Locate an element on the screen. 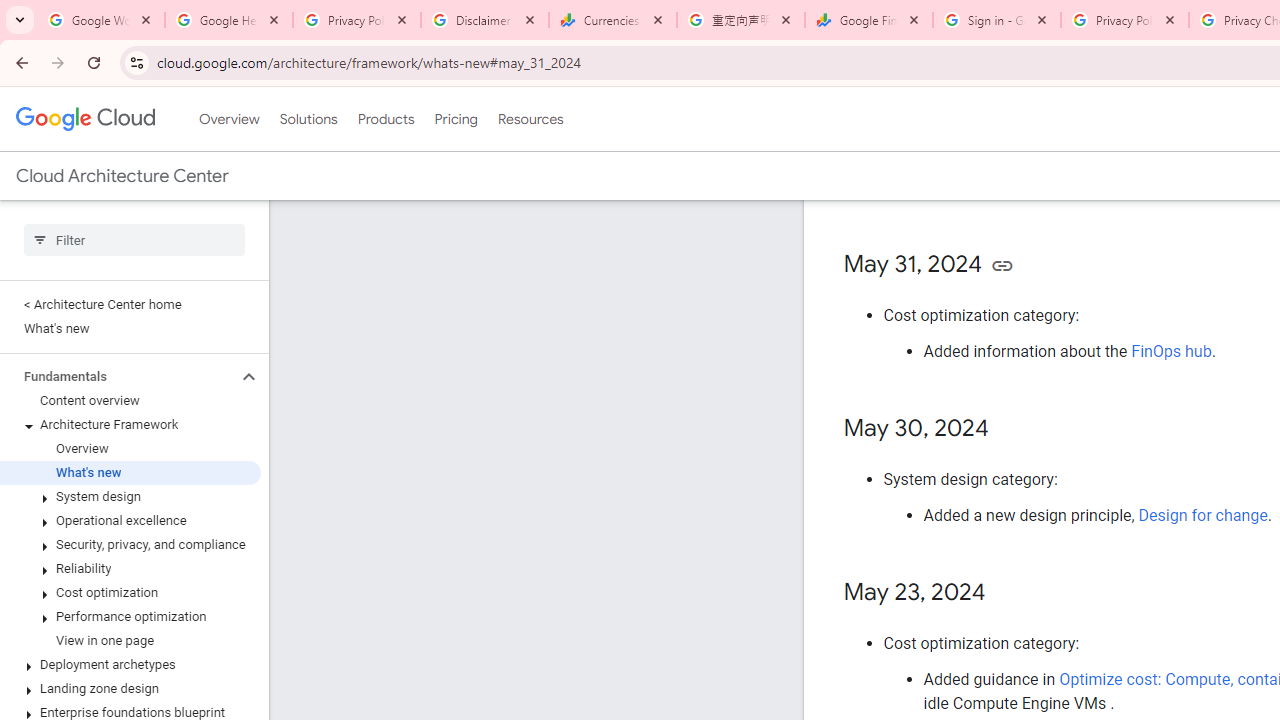 The width and height of the screenshot is (1280, 720). 'Design for change' is located at coordinates (1202, 514).